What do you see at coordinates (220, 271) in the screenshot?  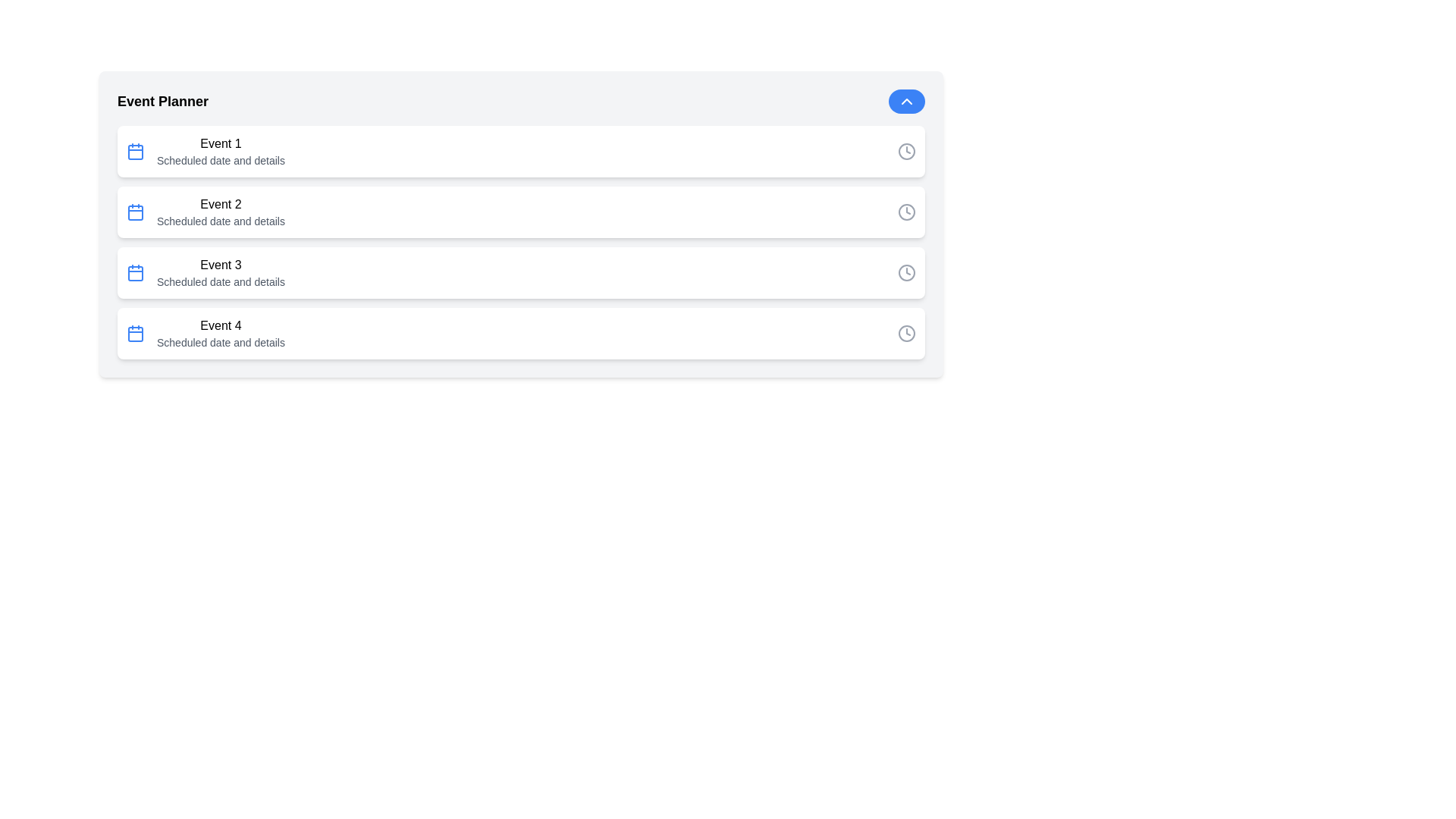 I see `the 'Event 3' text display element, which shows 'Event 3' in bold and 'Scheduled date and details' in a smaller font, located inside the third event card` at bounding box center [220, 271].